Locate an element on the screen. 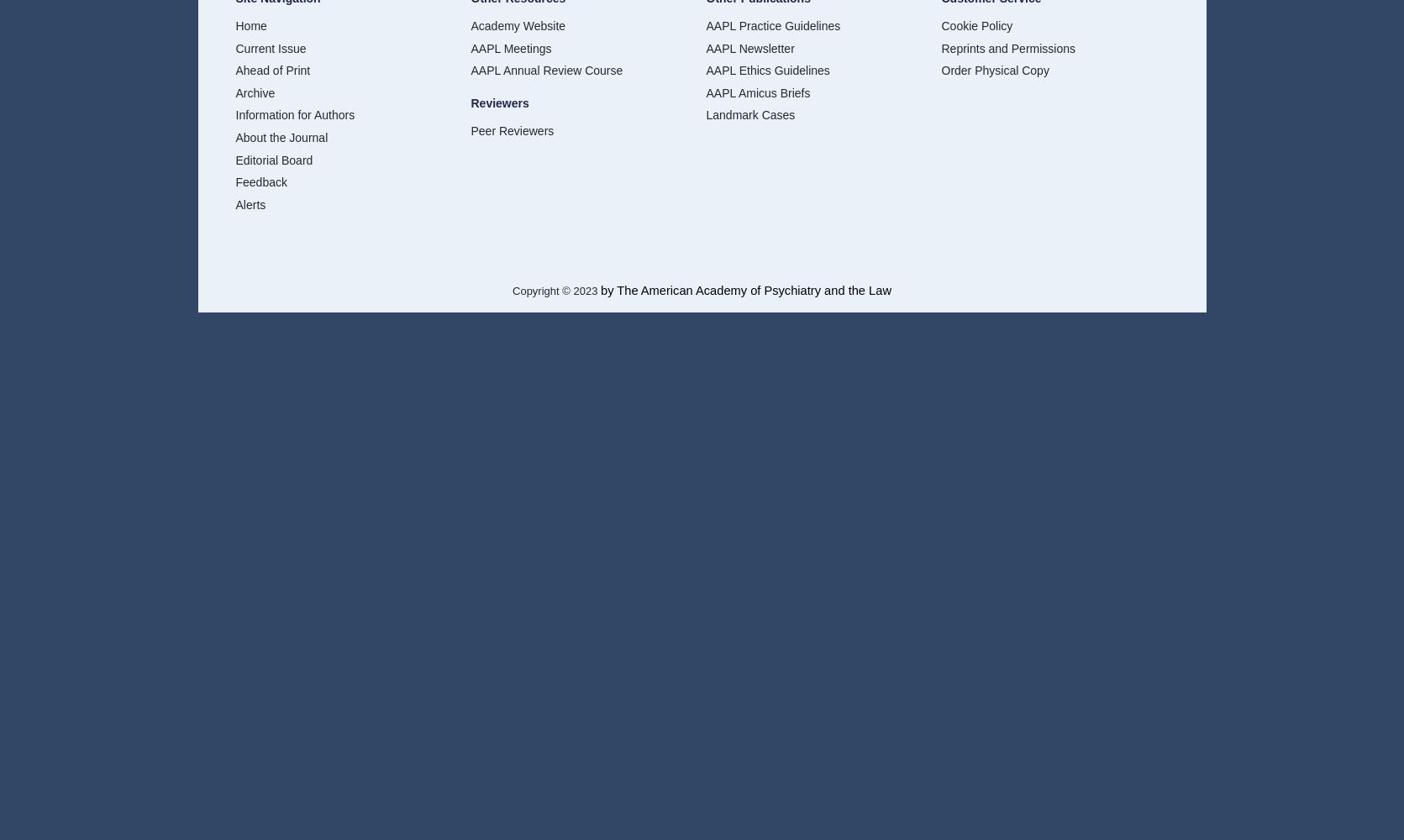 This screenshot has height=840, width=1404. 'by The American Academy of Psychiatry and the Law' is located at coordinates (744, 290).